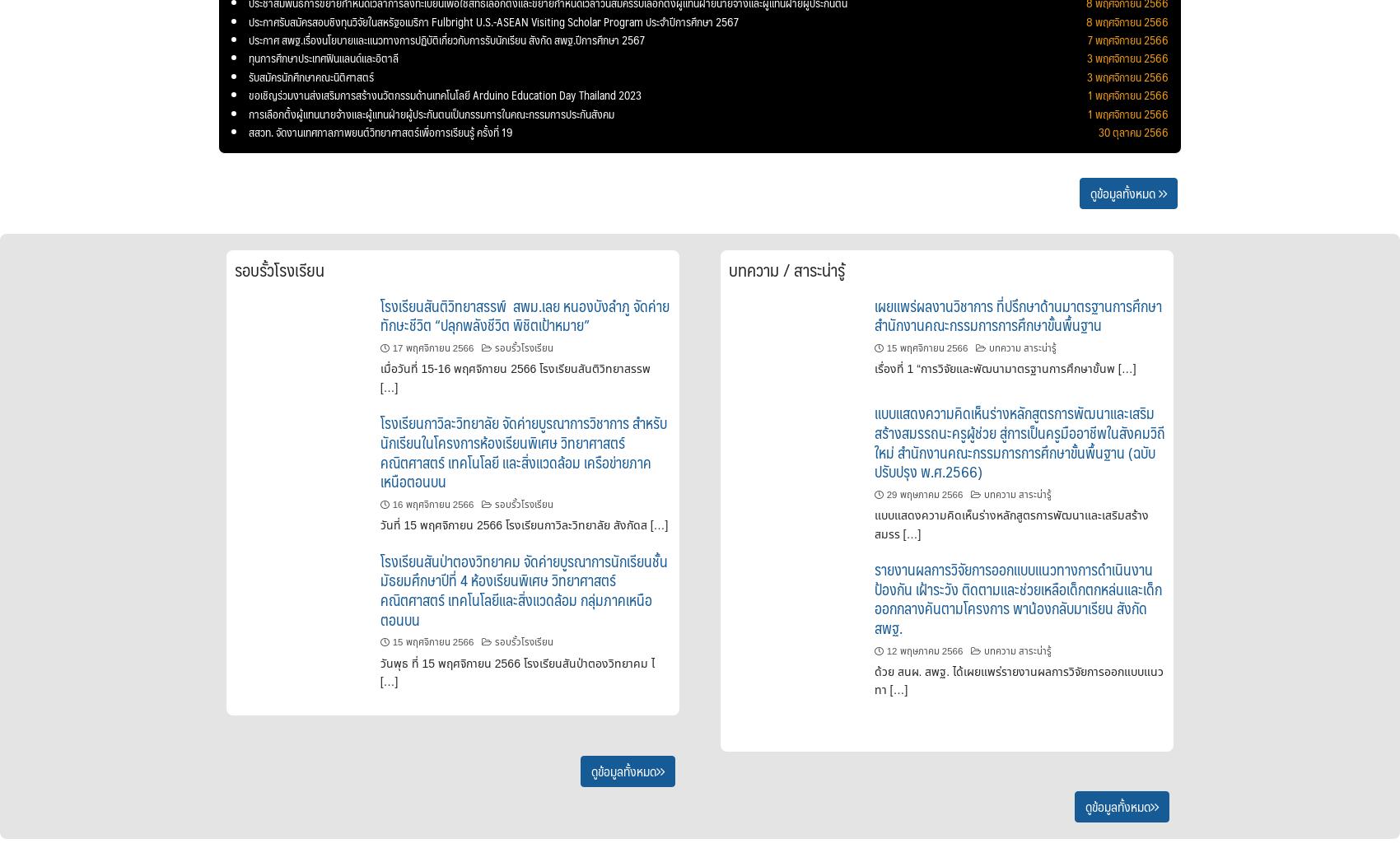  Describe the element at coordinates (924, 649) in the screenshot. I see `'12 พฤษภาคม 2566'` at that location.